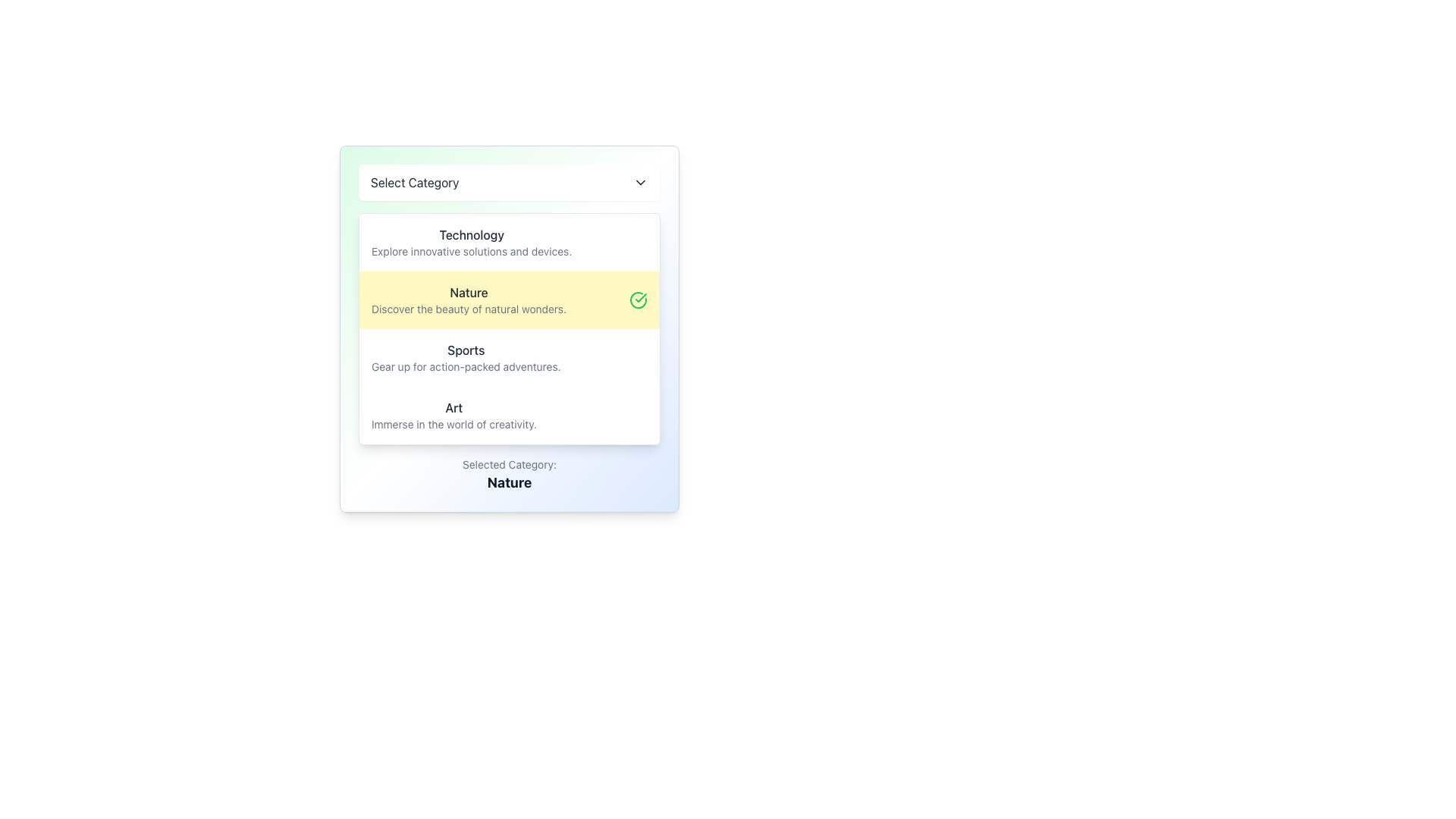  I want to click on the fourth Category item labeled 'Art' which contains a bold header and a description, so click(510, 415).